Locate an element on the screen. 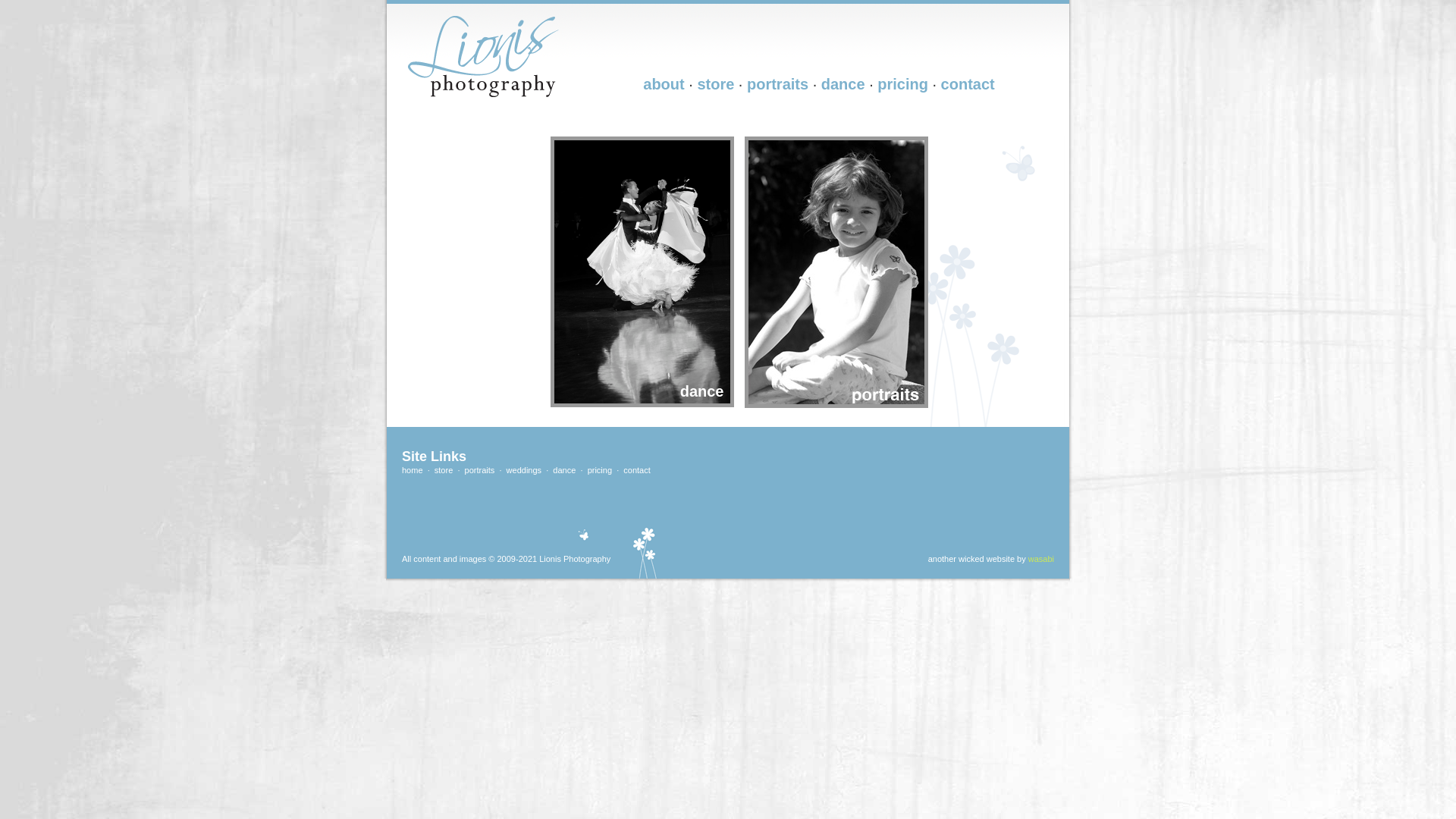  'store' is located at coordinates (714, 84).